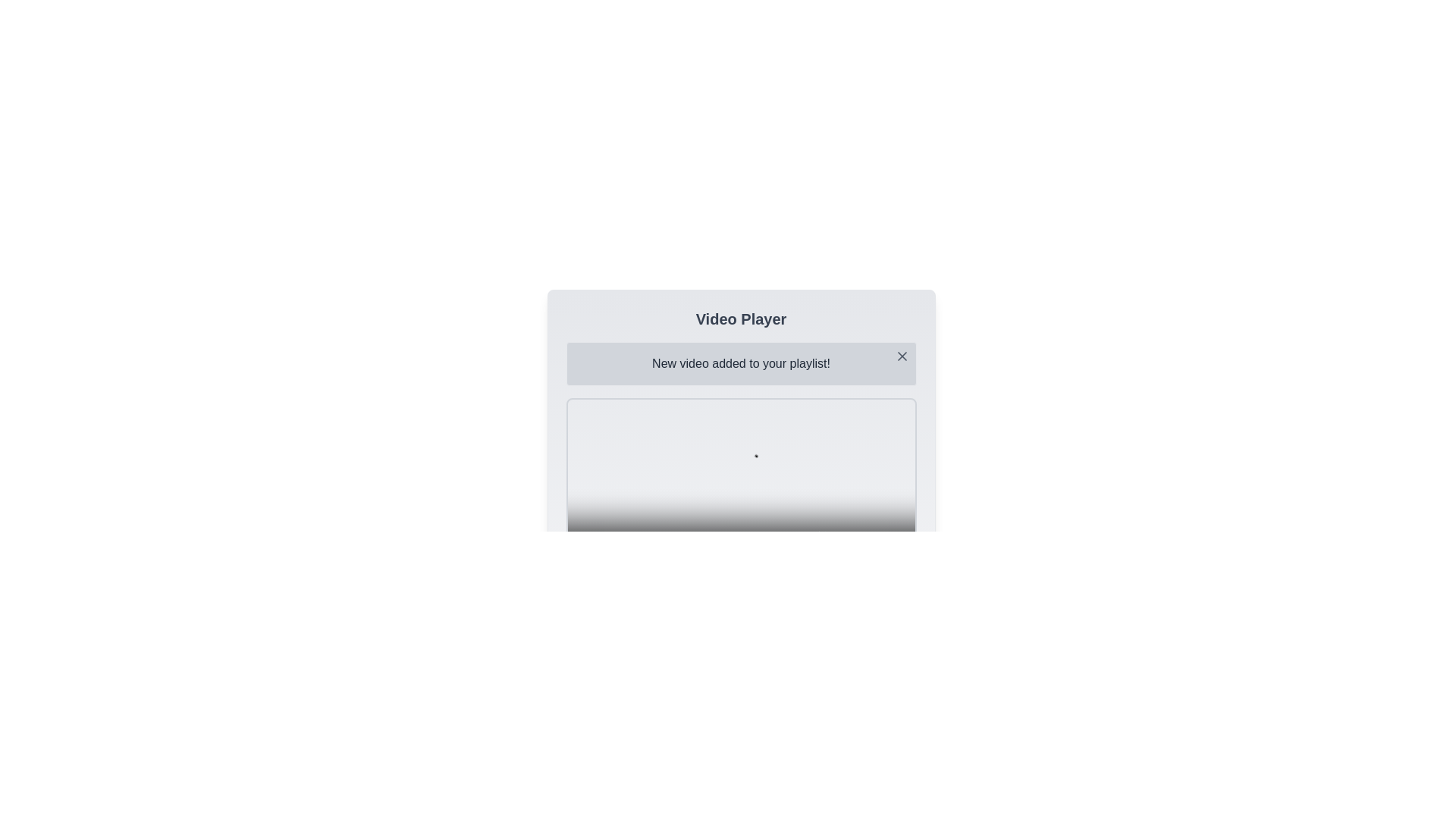 This screenshot has height=819, width=1456. I want to click on the Close button 'x' icon in the top-right corner of the notification message box stating 'New video added to your playlist!' to potentially reveal a tooltip, so click(902, 356).